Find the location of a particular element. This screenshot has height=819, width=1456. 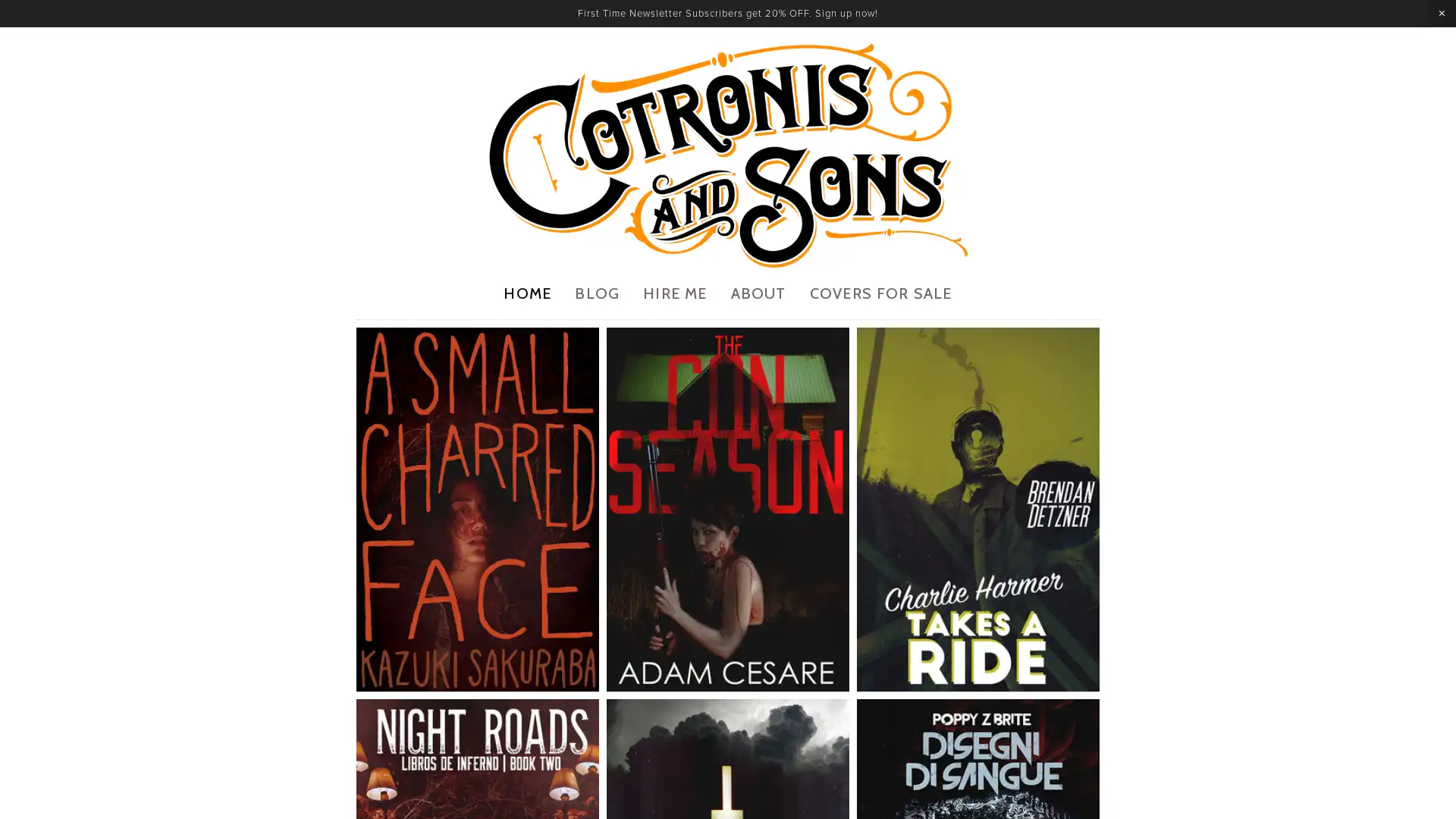

View fullsize 3.jpg is located at coordinates (728, 509).